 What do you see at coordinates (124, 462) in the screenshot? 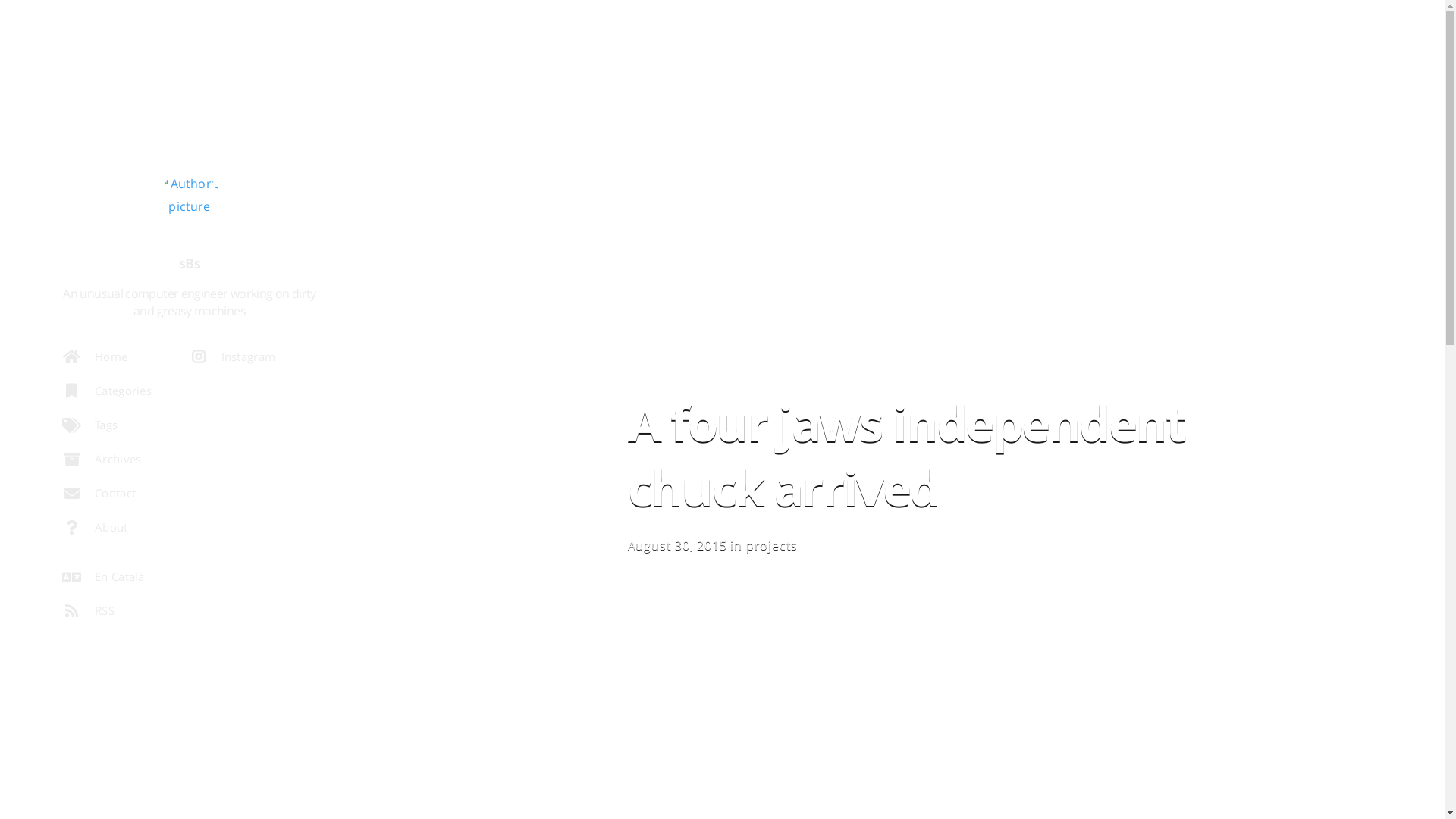
I see `'Archives'` at bounding box center [124, 462].